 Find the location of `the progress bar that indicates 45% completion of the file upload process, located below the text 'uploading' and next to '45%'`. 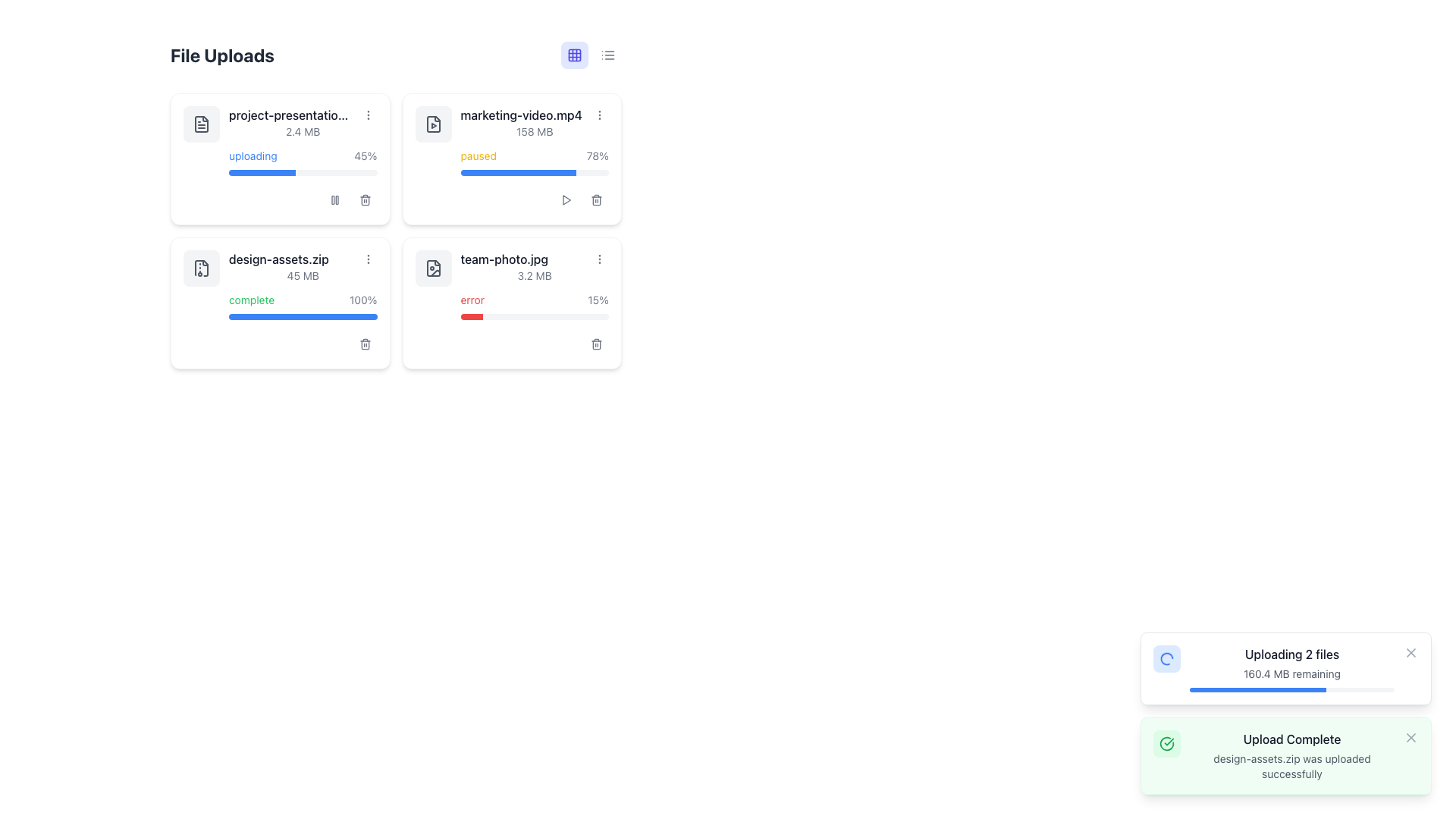

the progress bar that indicates 45% completion of the file upload process, located below the text 'uploading' and next to '45%' is located at coordinates (262, 171).